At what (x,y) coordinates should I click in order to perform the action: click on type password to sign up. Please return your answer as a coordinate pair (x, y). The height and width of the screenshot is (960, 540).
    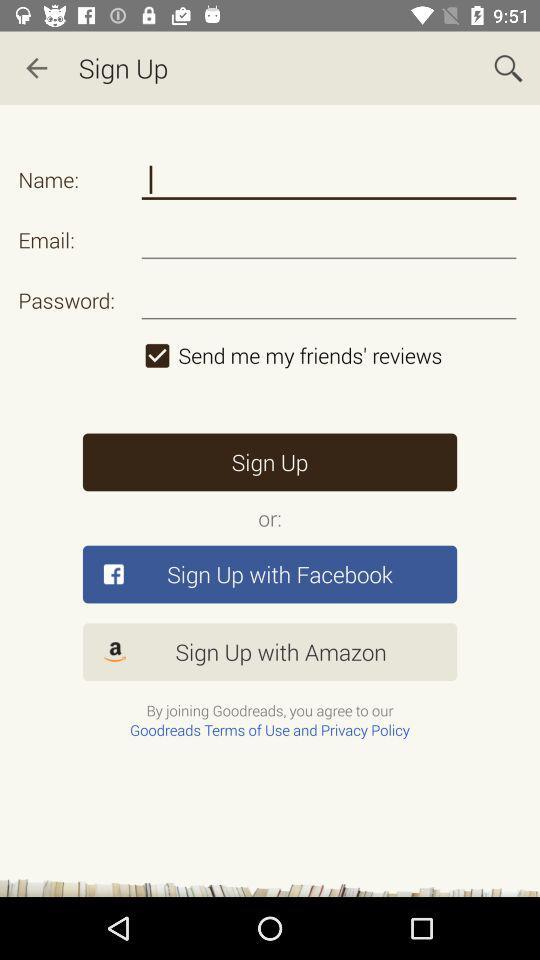
    Looking at the image, I should click on (329, 299).